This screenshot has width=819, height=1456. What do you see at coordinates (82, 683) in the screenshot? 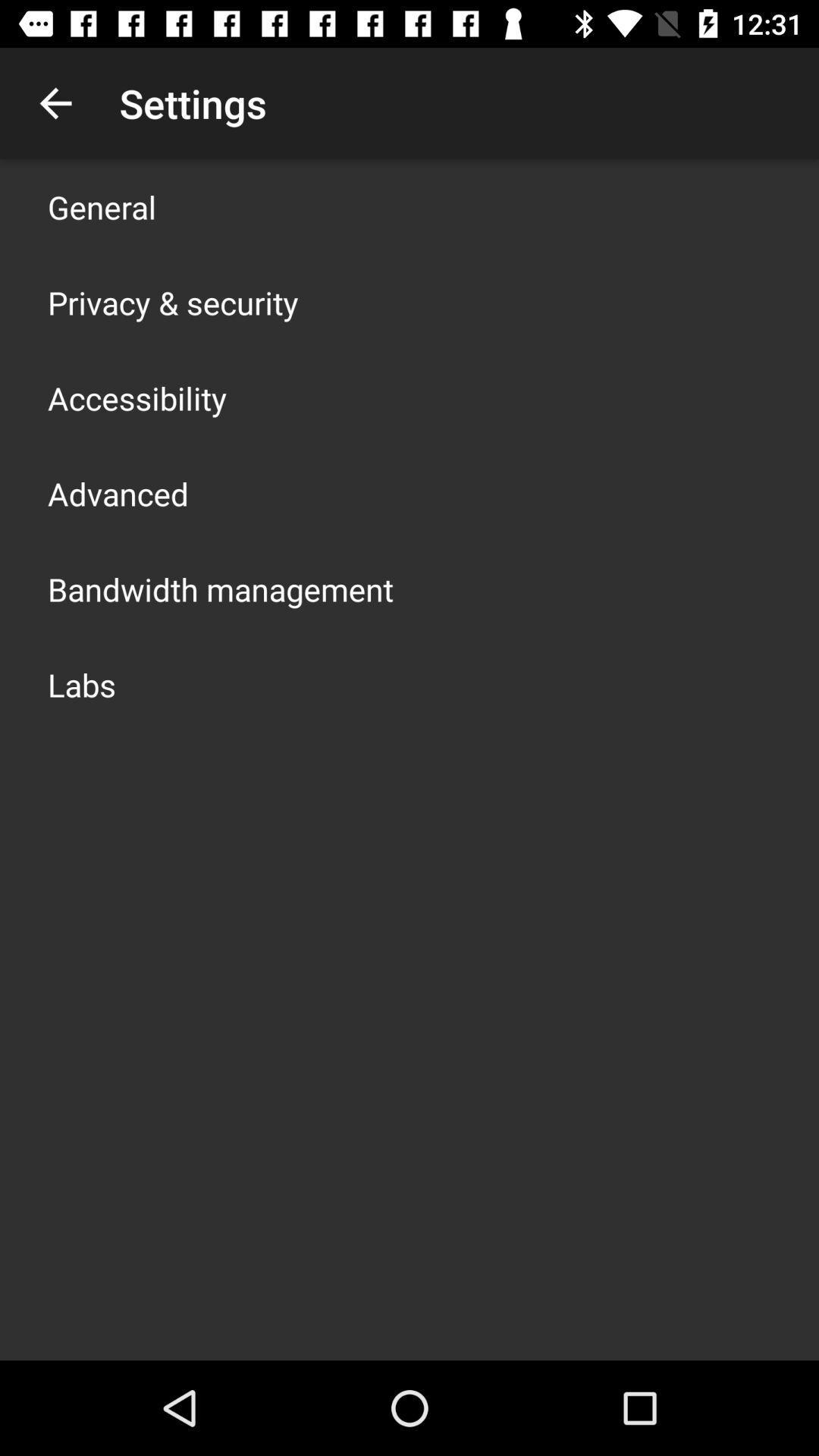
I see `labs icon` at bounding box center [82, 683].